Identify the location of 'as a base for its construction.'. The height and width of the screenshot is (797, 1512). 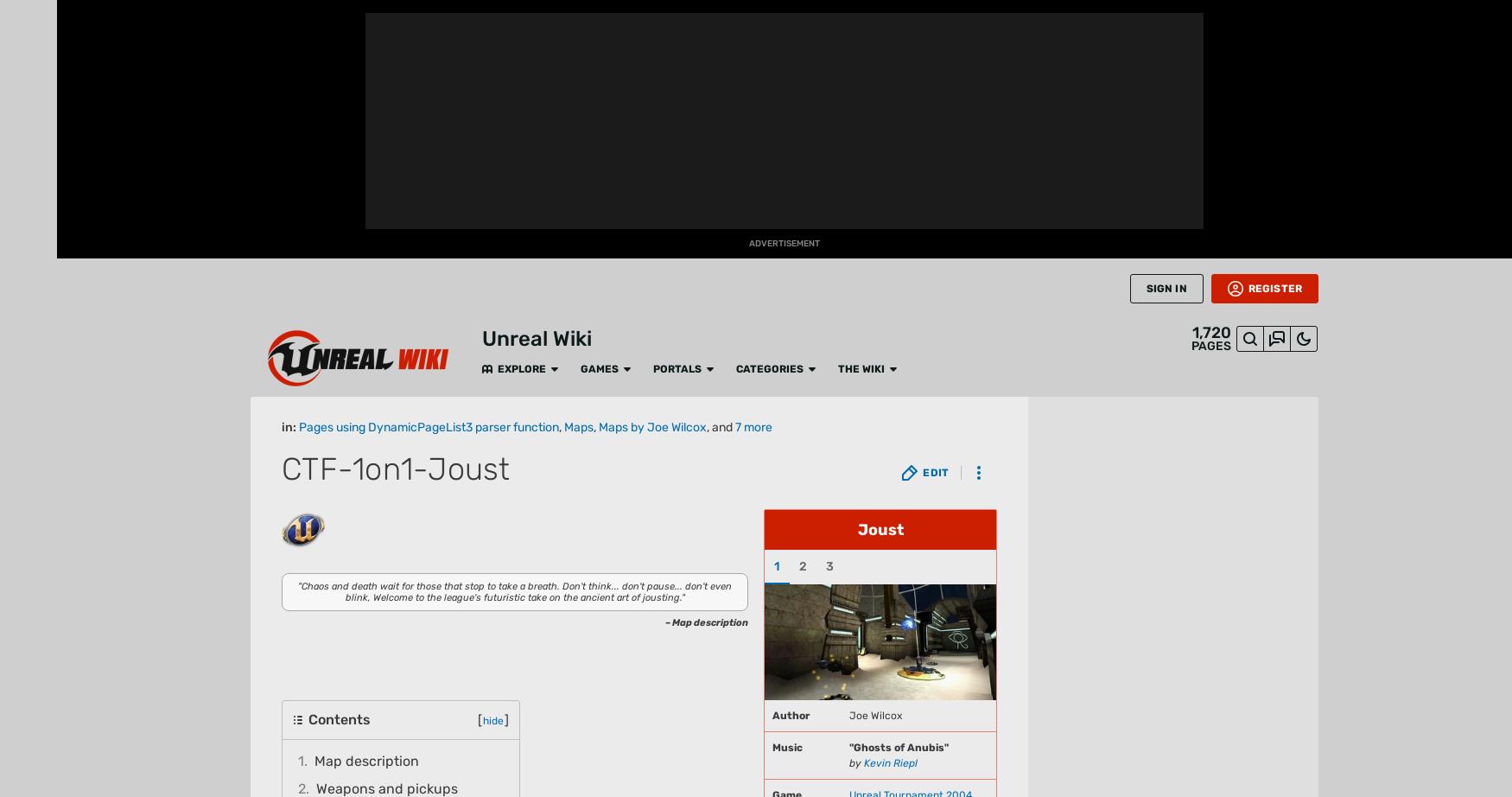
(638, 347).